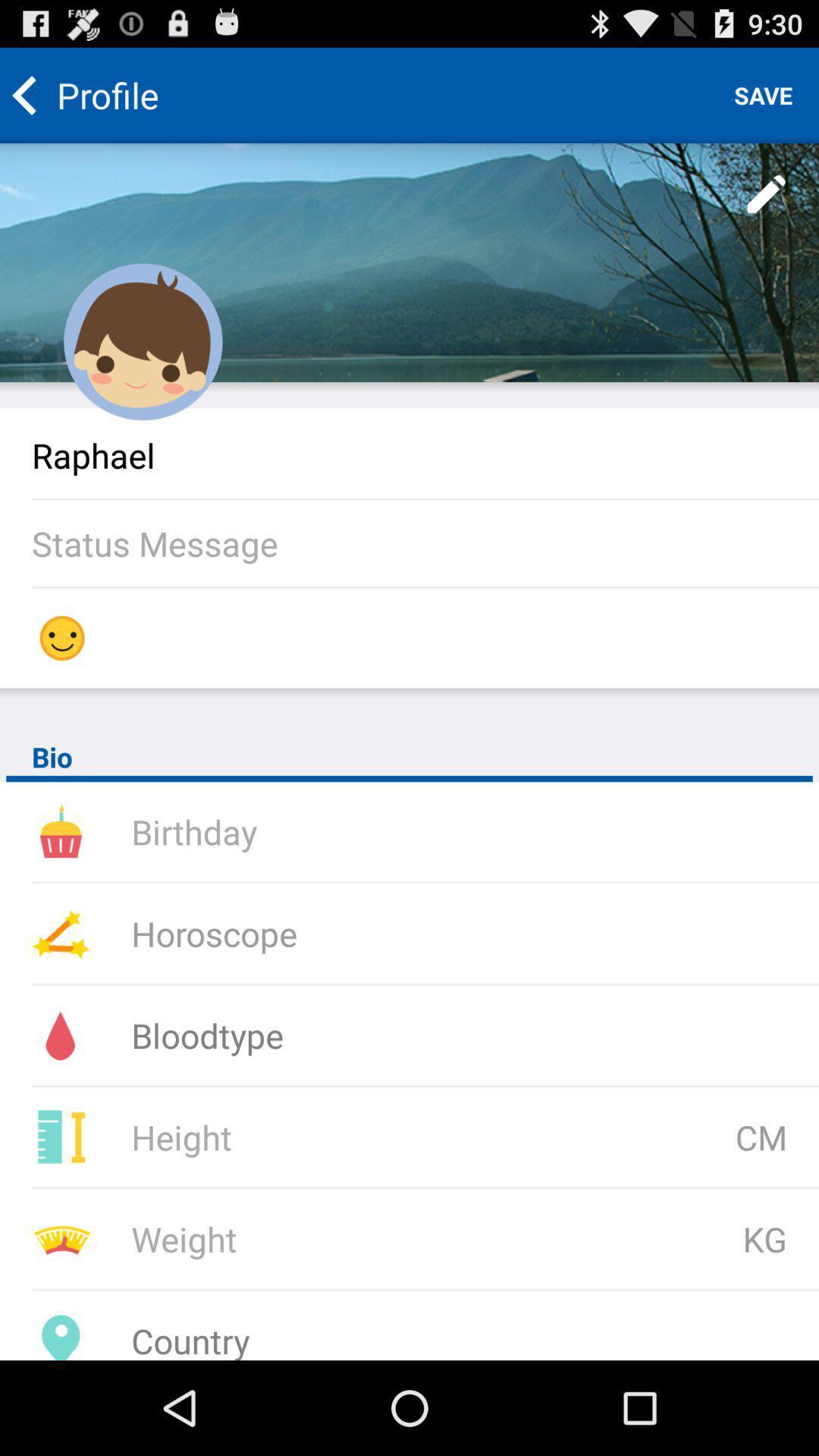 This screenshot has height=1456, width=819. I want to click on weight, so click(329, 1238).